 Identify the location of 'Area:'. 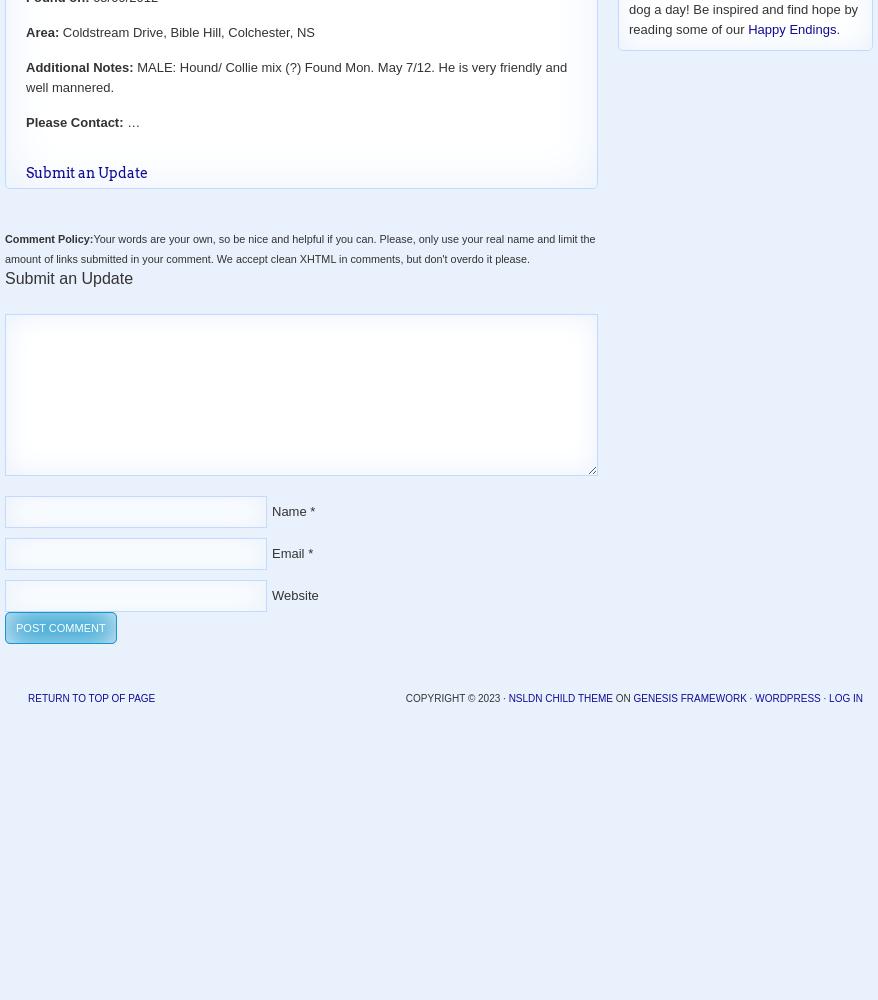
(41, 31).